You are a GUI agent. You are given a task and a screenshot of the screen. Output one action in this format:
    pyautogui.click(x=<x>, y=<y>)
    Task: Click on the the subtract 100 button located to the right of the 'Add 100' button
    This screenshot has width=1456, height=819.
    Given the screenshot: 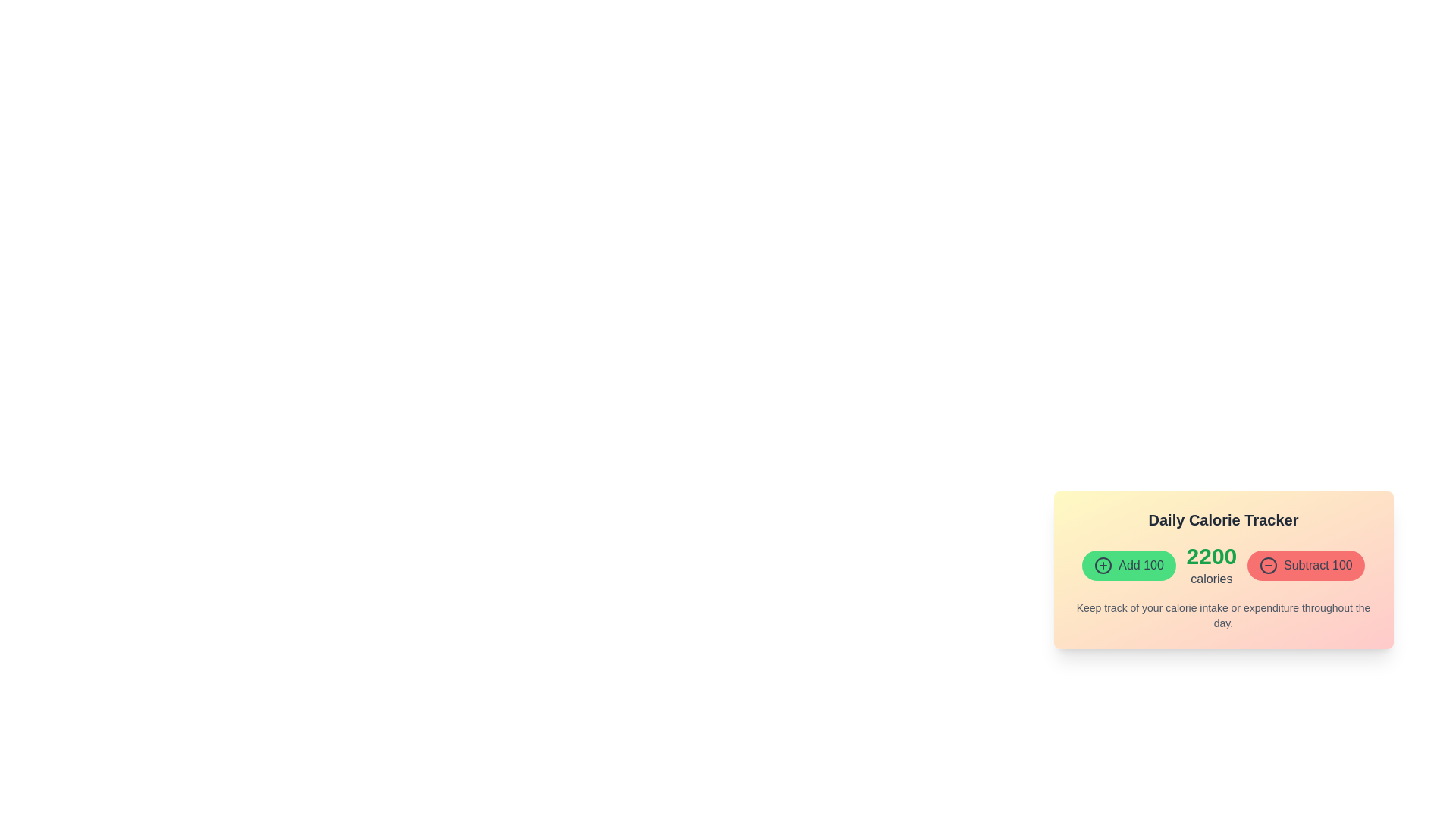 What is the action you would take?
    pyautogui.click(x=1305, y=565)
    